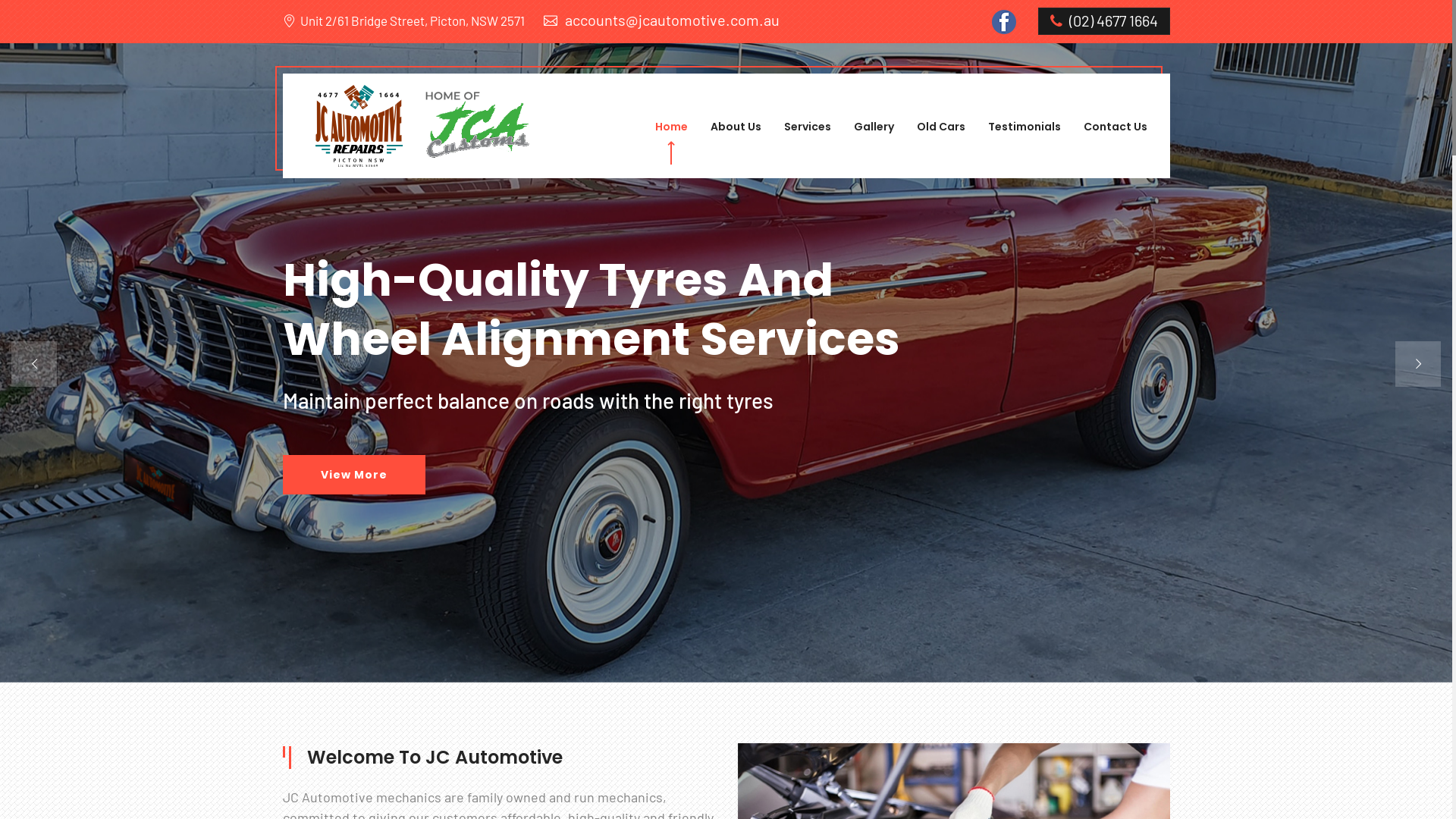 Image resolution: width=1456 pixels, height=819 pixels. What do you see at coordinates (939, 125) in the screenshot?
I see `'Old Cars'` at bounding box center [939, 125].